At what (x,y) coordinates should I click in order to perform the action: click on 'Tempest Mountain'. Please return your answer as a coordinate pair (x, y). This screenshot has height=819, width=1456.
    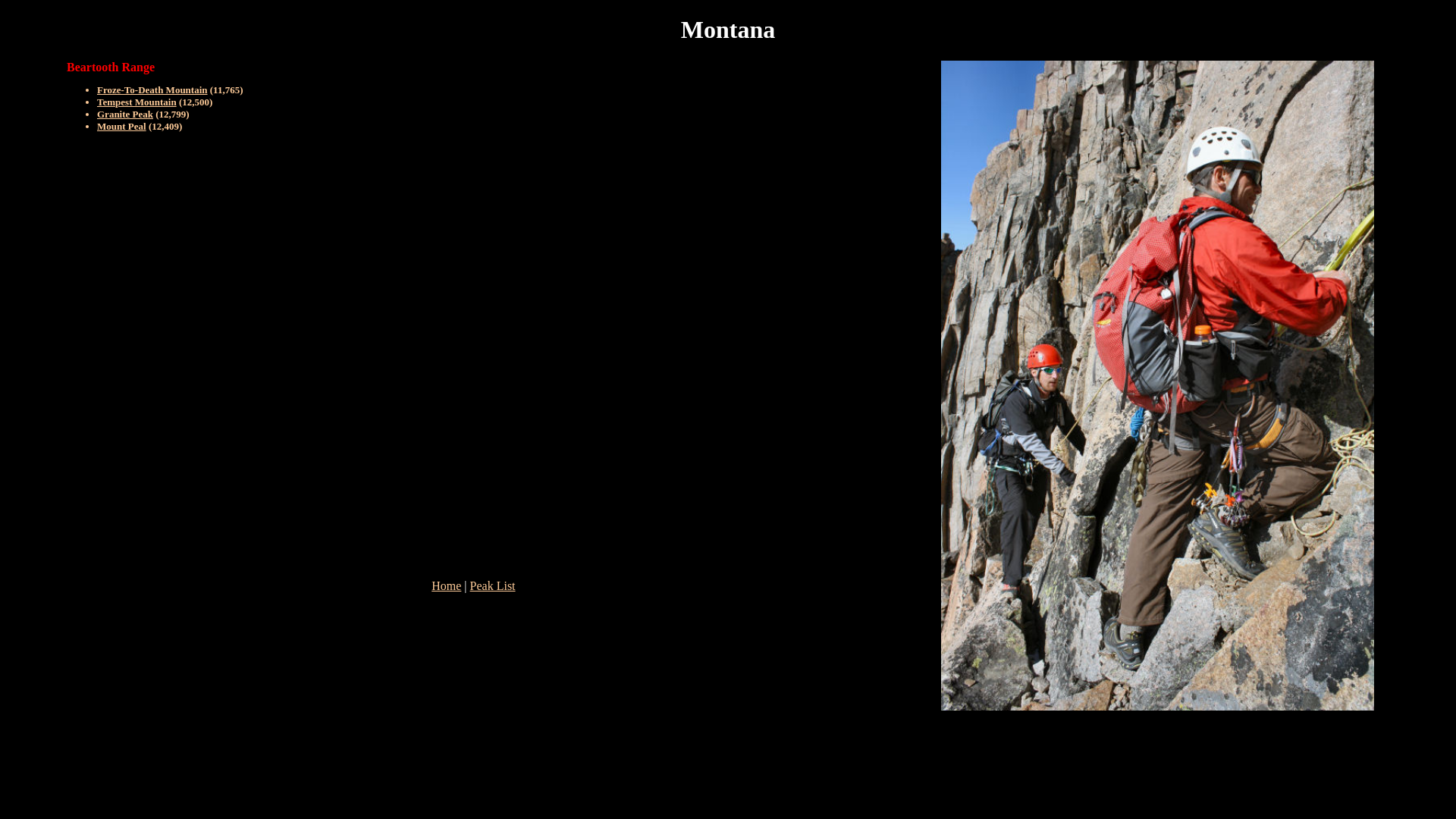
    Looking at the image, I should click on (136, 102).